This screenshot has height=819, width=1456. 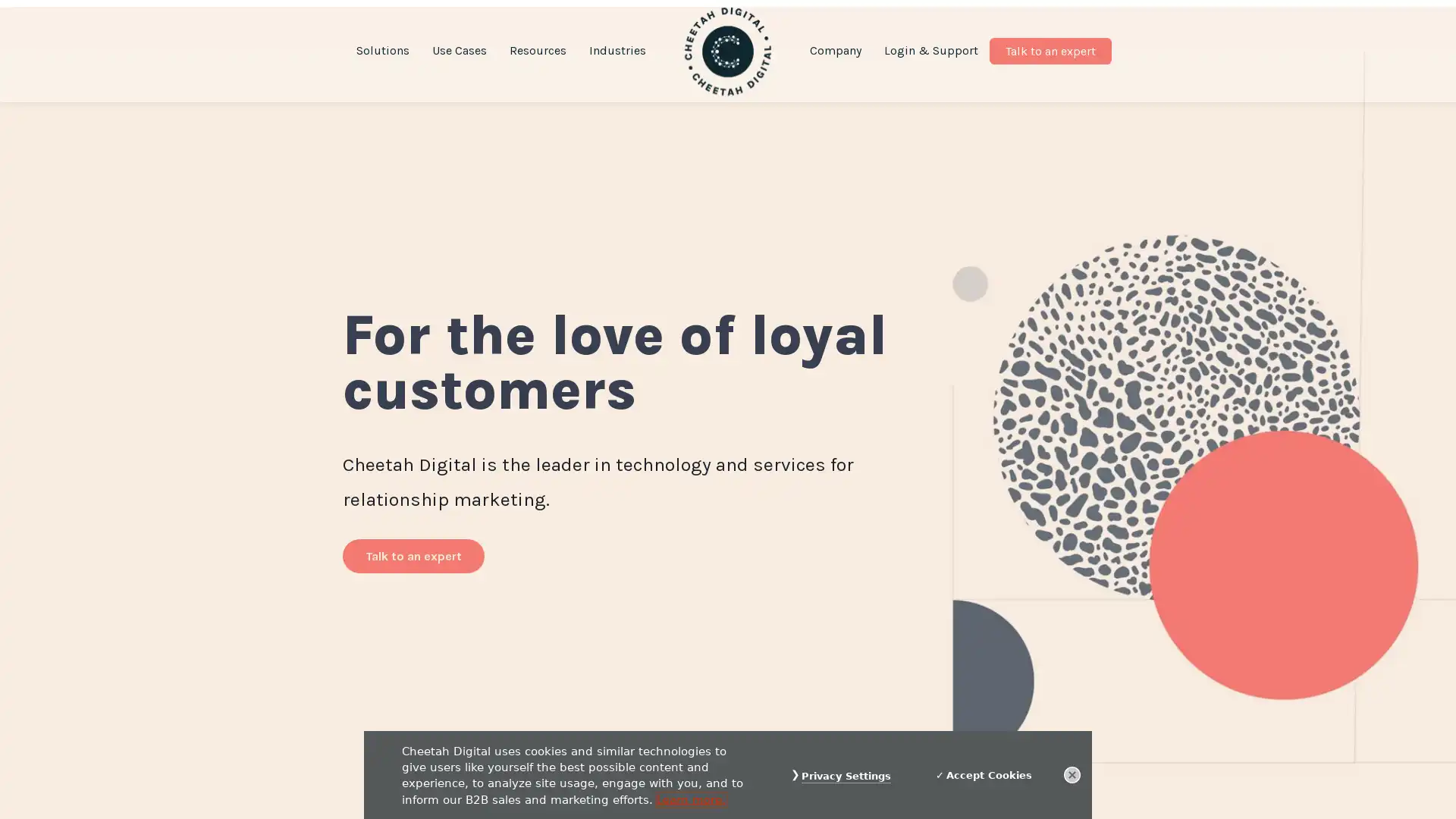 What do you see at coordinates (1072, 774) in the screenshot?
I see `Close` at bounding box center [1072, 774].